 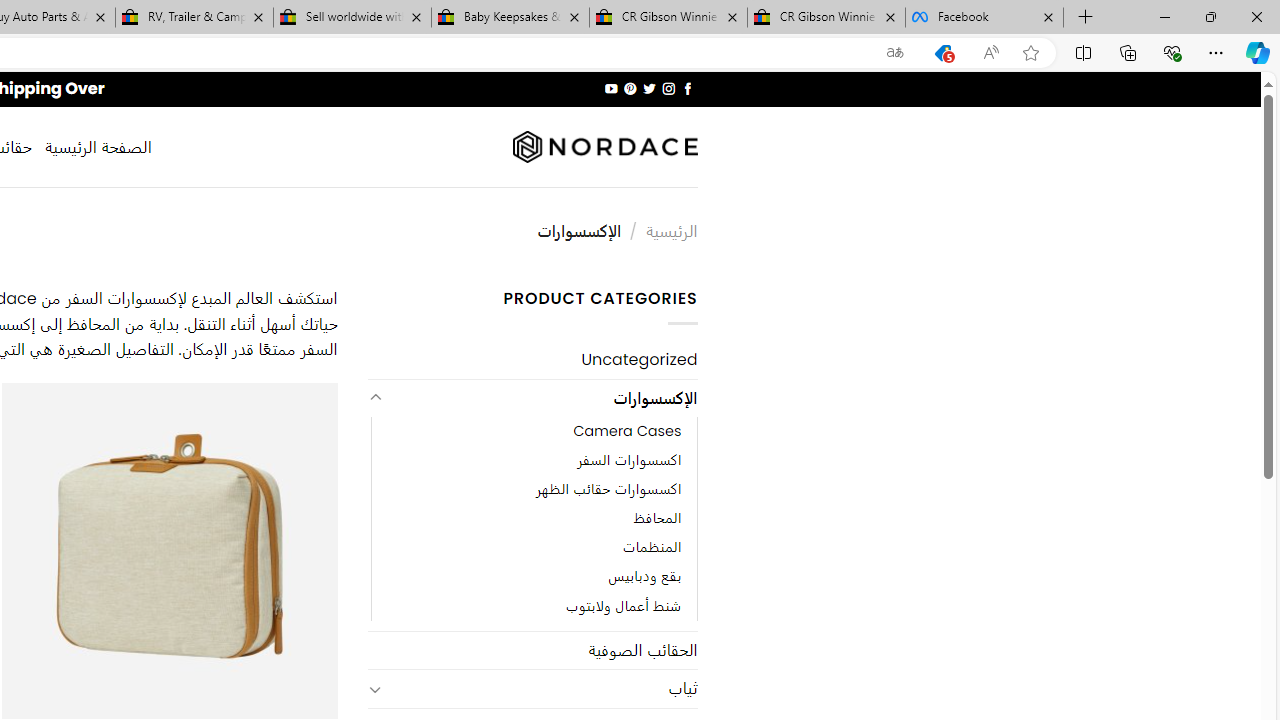 What do you see at coordinates (532, 360) in the screenshot?
I see `'Uncategorized'` at bounding box center [532, 360].